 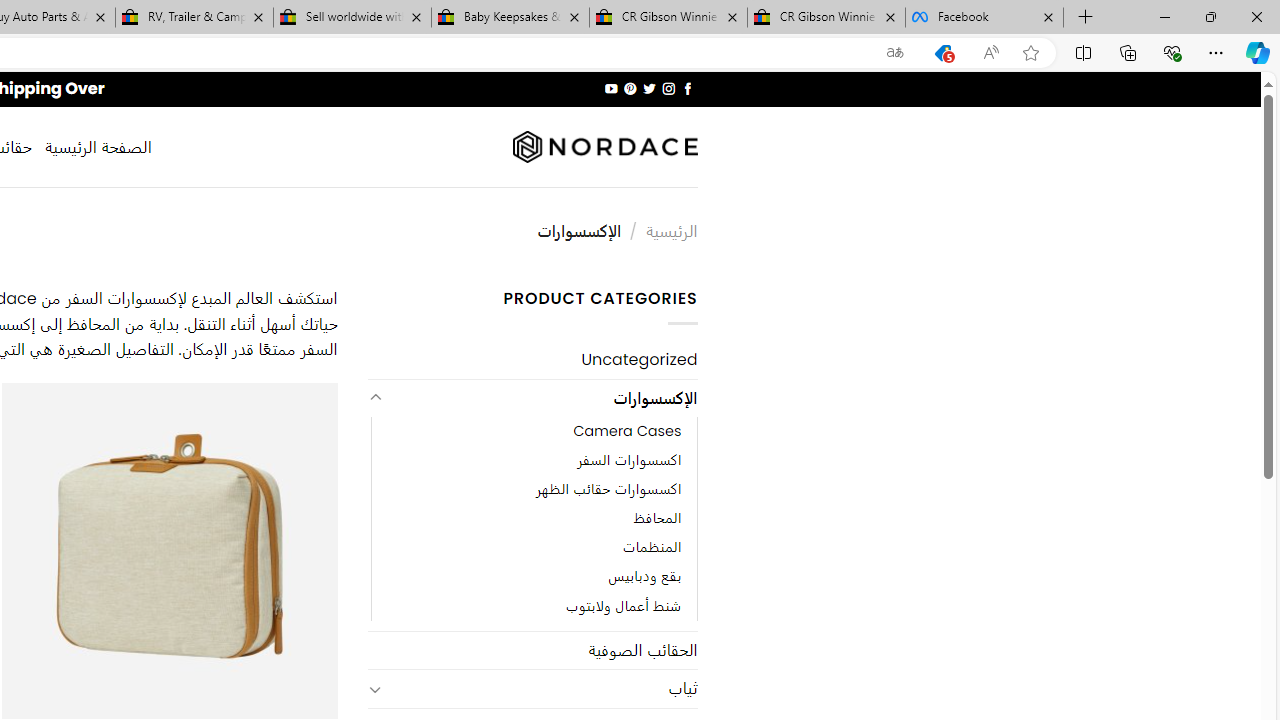 What do you see at coordinates (532, 360) in the screenshot?
I see `'Uncategorized'` at bounding box center [532, 360].